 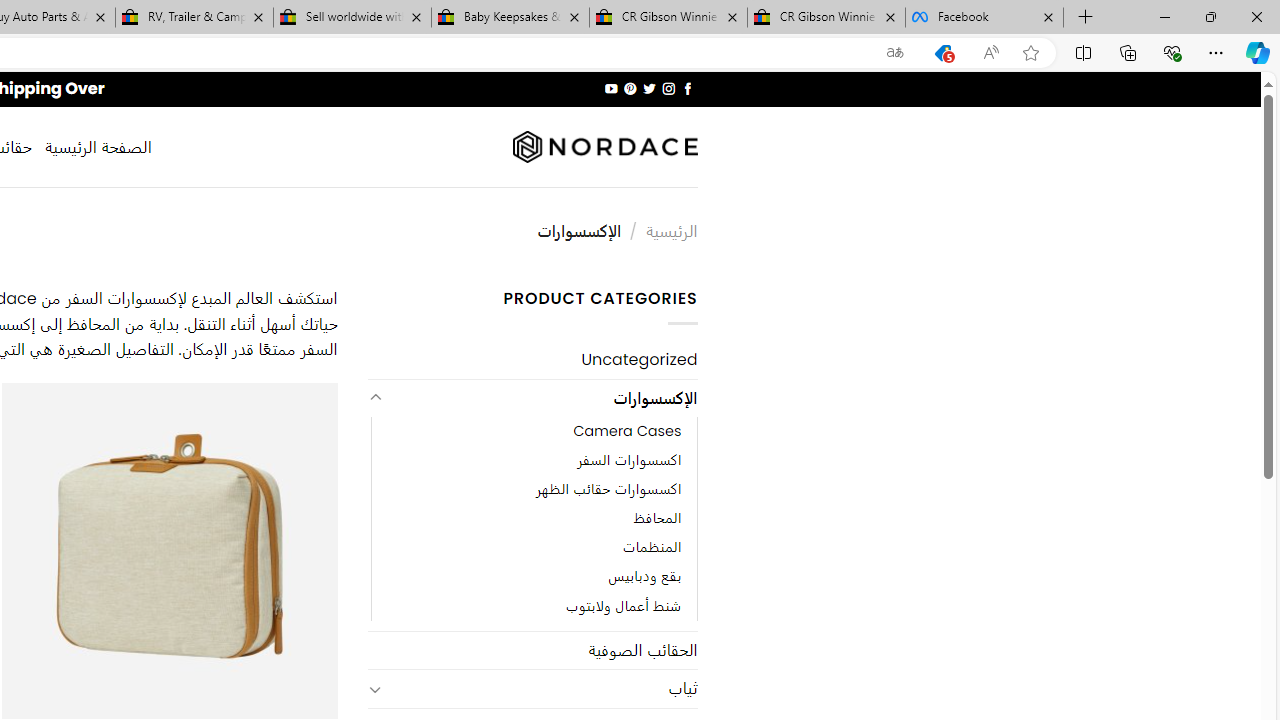 What do you see at coordinates (532, 360) in the screenshot?
I see `'Uncategorized'` at bounding box center [532, 360].